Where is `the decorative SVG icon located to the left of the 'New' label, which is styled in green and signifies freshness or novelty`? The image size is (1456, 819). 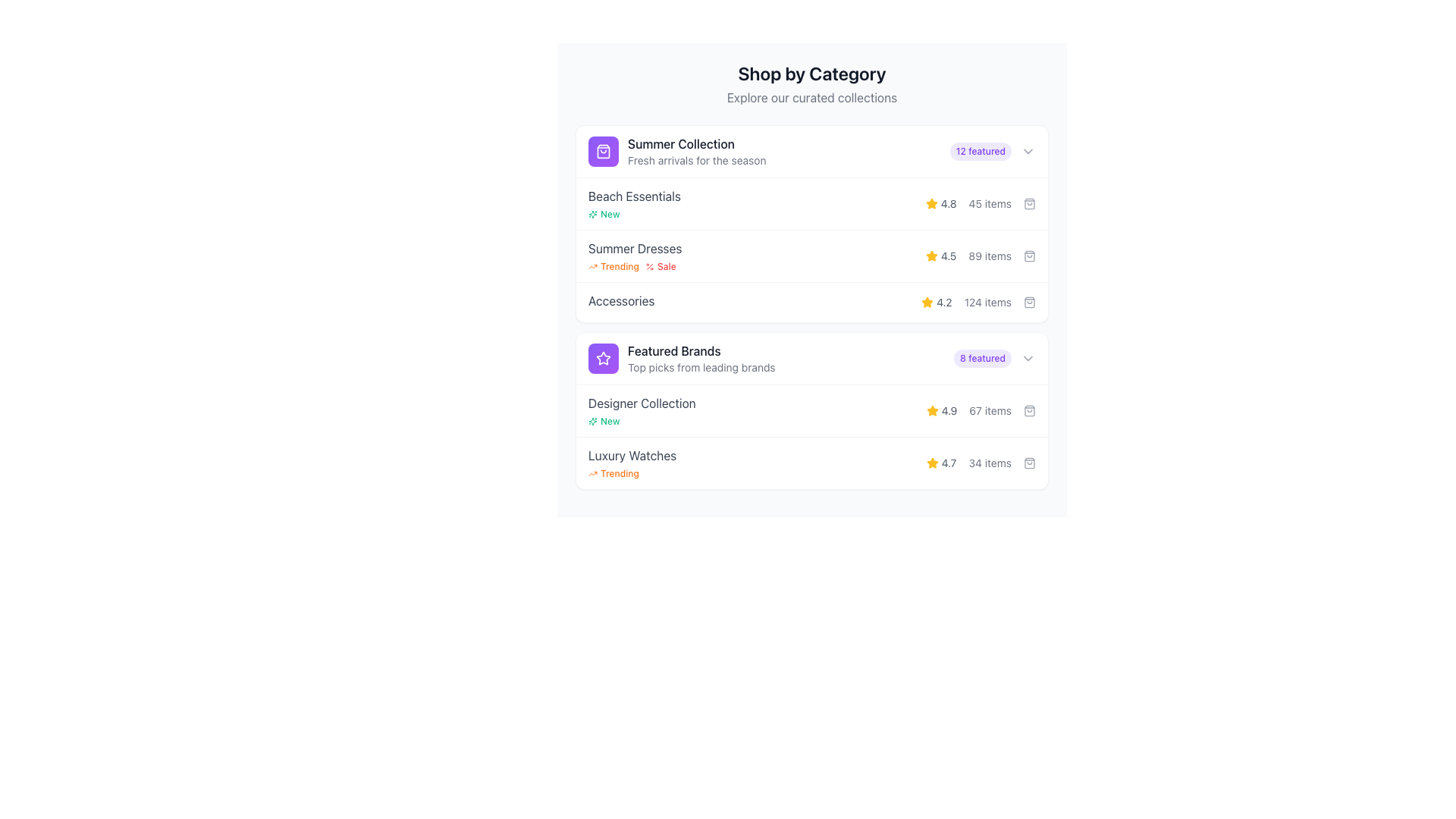 the decorative SVG icon located to the left of the 'New' label, which is styled in green and signifies freshness or novelty is located at coordinates (592, 214).